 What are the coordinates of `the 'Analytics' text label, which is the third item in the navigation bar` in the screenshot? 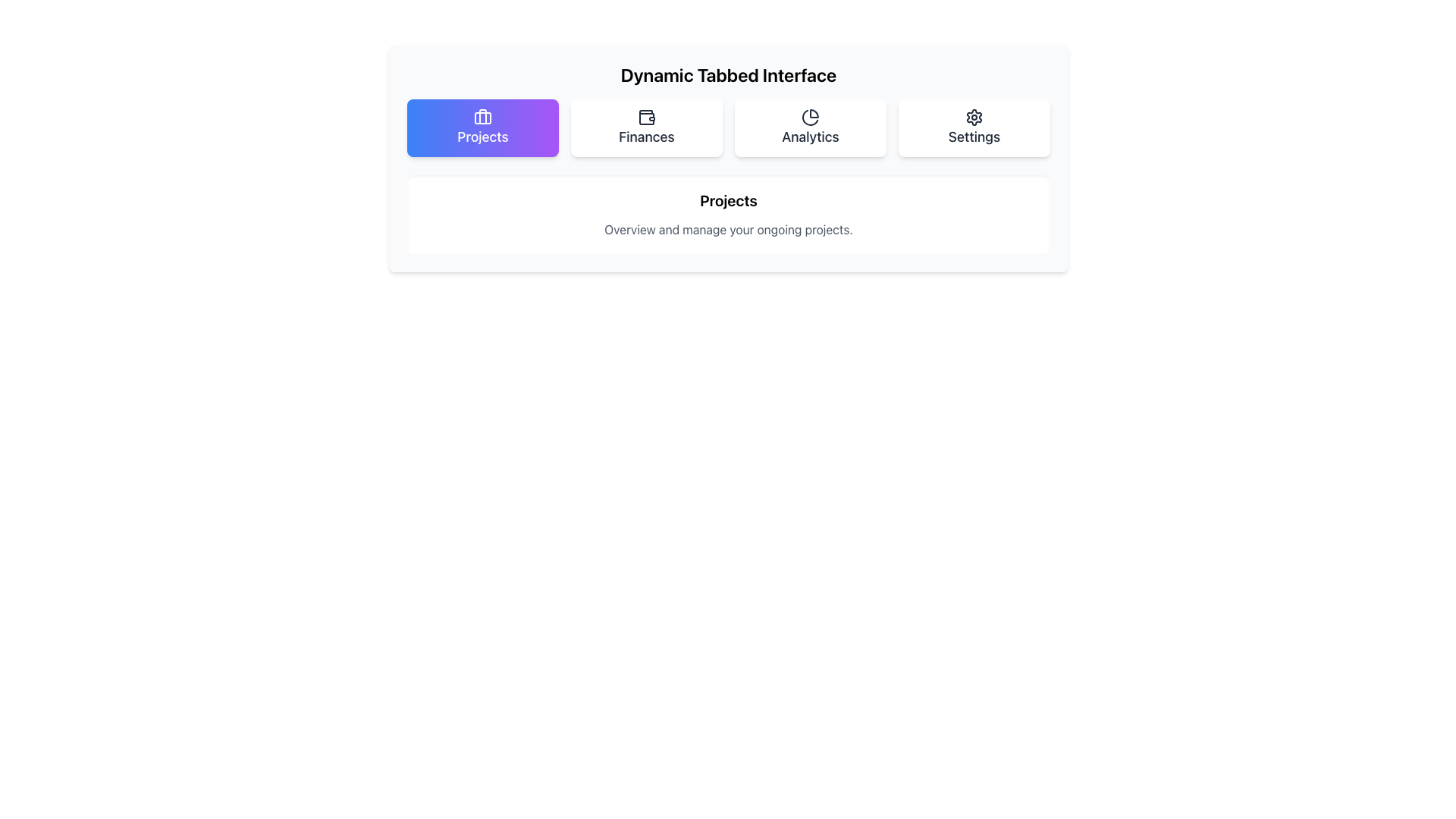 It's located at (810, 137).